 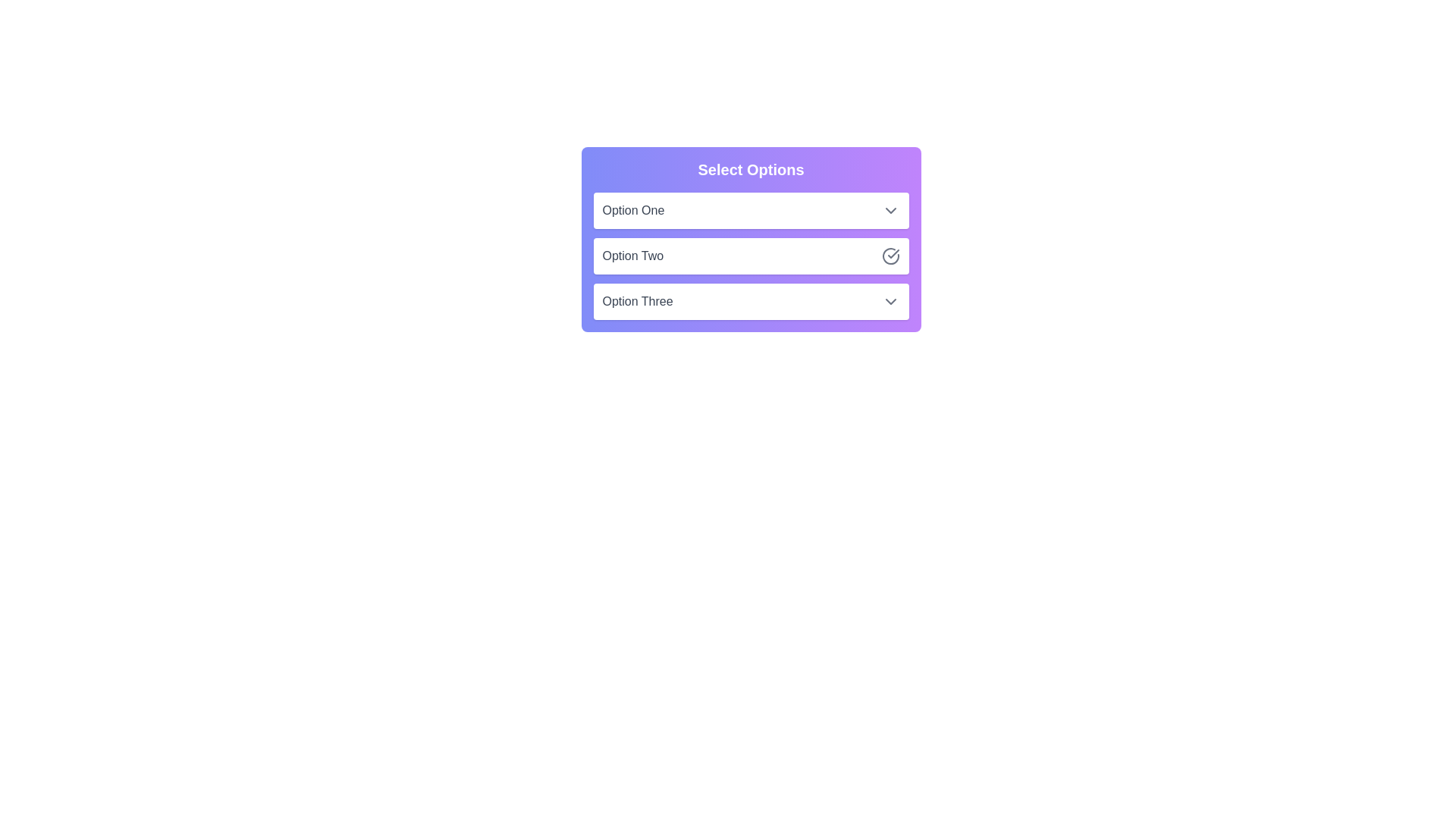 What do you see at coordinates (890, 256) in the screenshot?
I see `toggle button for Option Two to toggle its selection state` at bounding box center [890, 256].